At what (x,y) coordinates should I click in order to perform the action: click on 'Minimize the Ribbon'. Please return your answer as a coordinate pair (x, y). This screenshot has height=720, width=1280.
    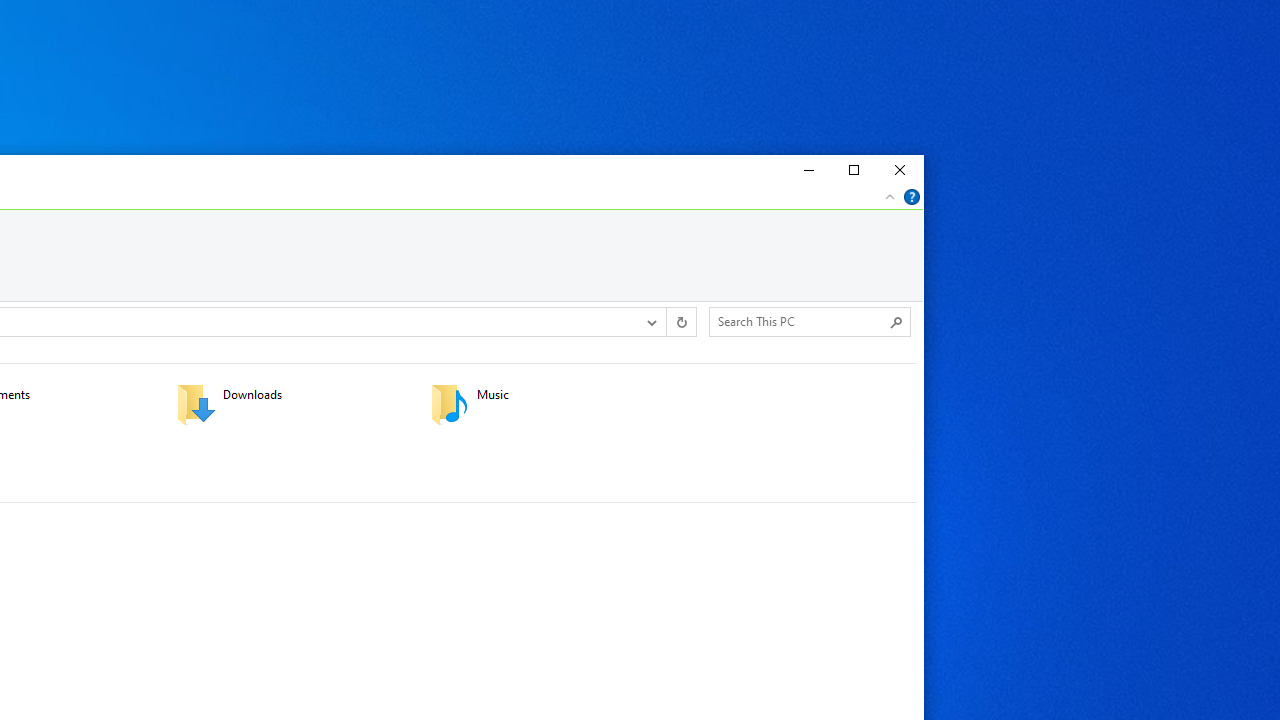
    Looking at the image, I should click on (889, 196).